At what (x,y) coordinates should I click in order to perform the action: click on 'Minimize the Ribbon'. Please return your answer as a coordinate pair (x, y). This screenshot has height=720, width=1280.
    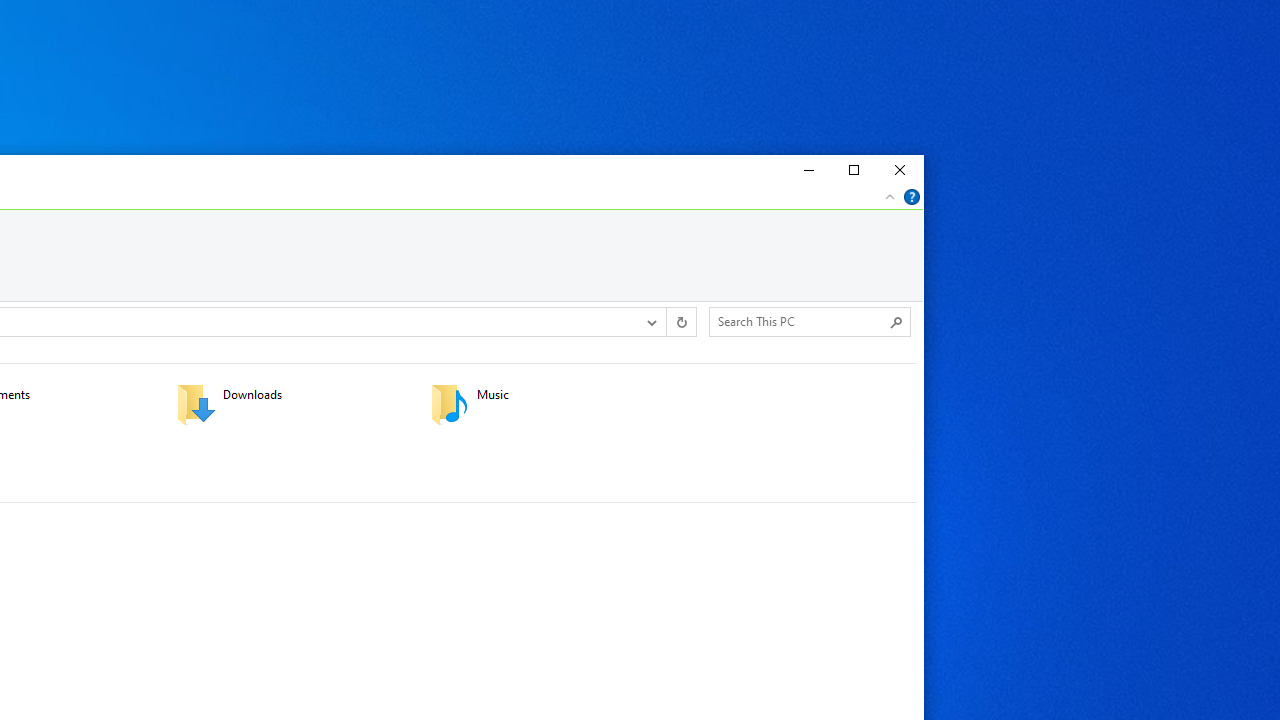
    Looking at the image, I should click on (889, 196).